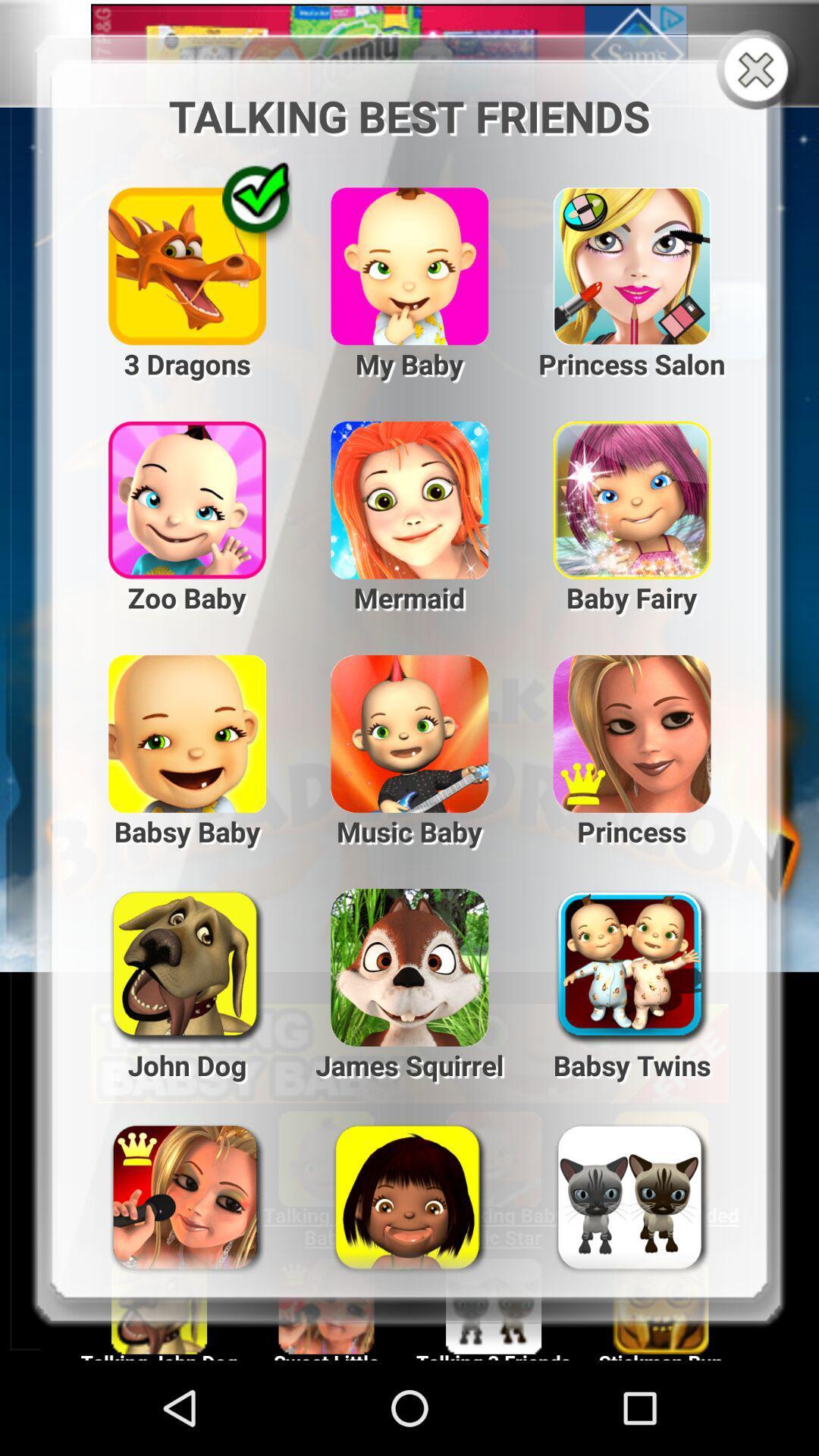  Describe the element at coordinates (759, 71) in the screenshot. I see `close` at that location.